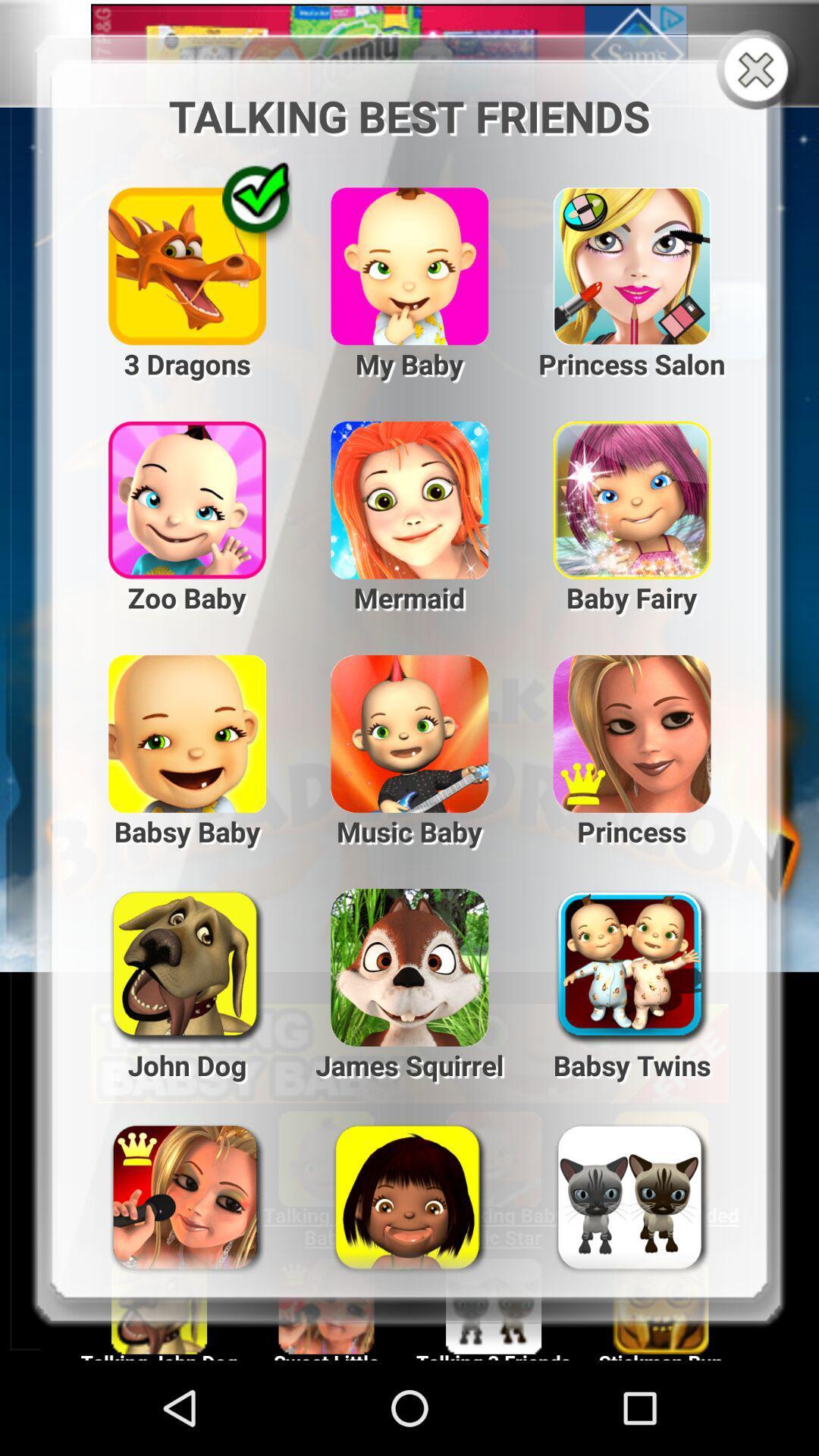  Describe the element at coordinates (759, 71) in the screenshot. I see `close` at that location.